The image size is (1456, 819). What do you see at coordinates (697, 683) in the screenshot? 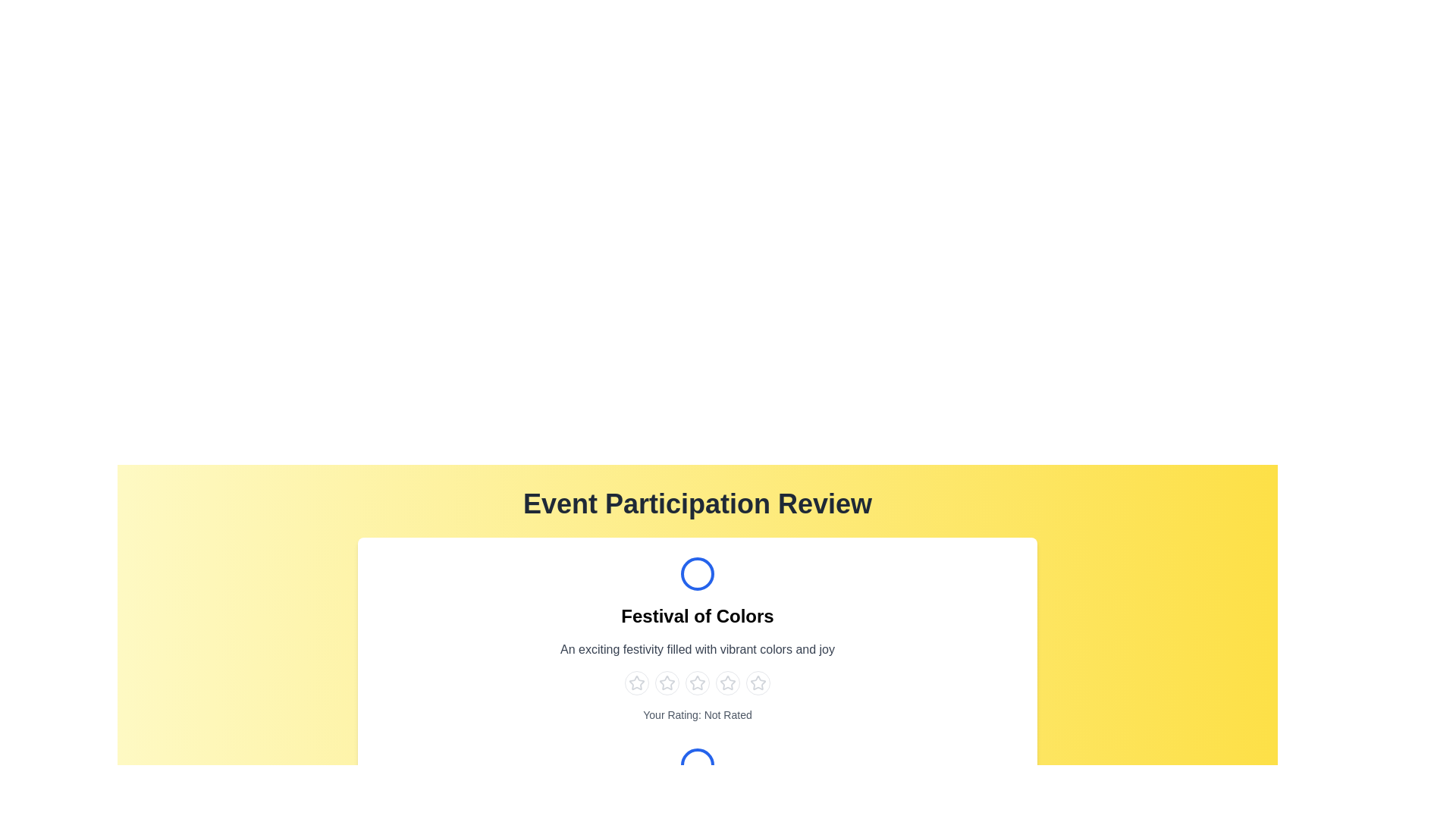
I see `the star corresponding to the rating 3 for the event` at bounding box center [697, 683].